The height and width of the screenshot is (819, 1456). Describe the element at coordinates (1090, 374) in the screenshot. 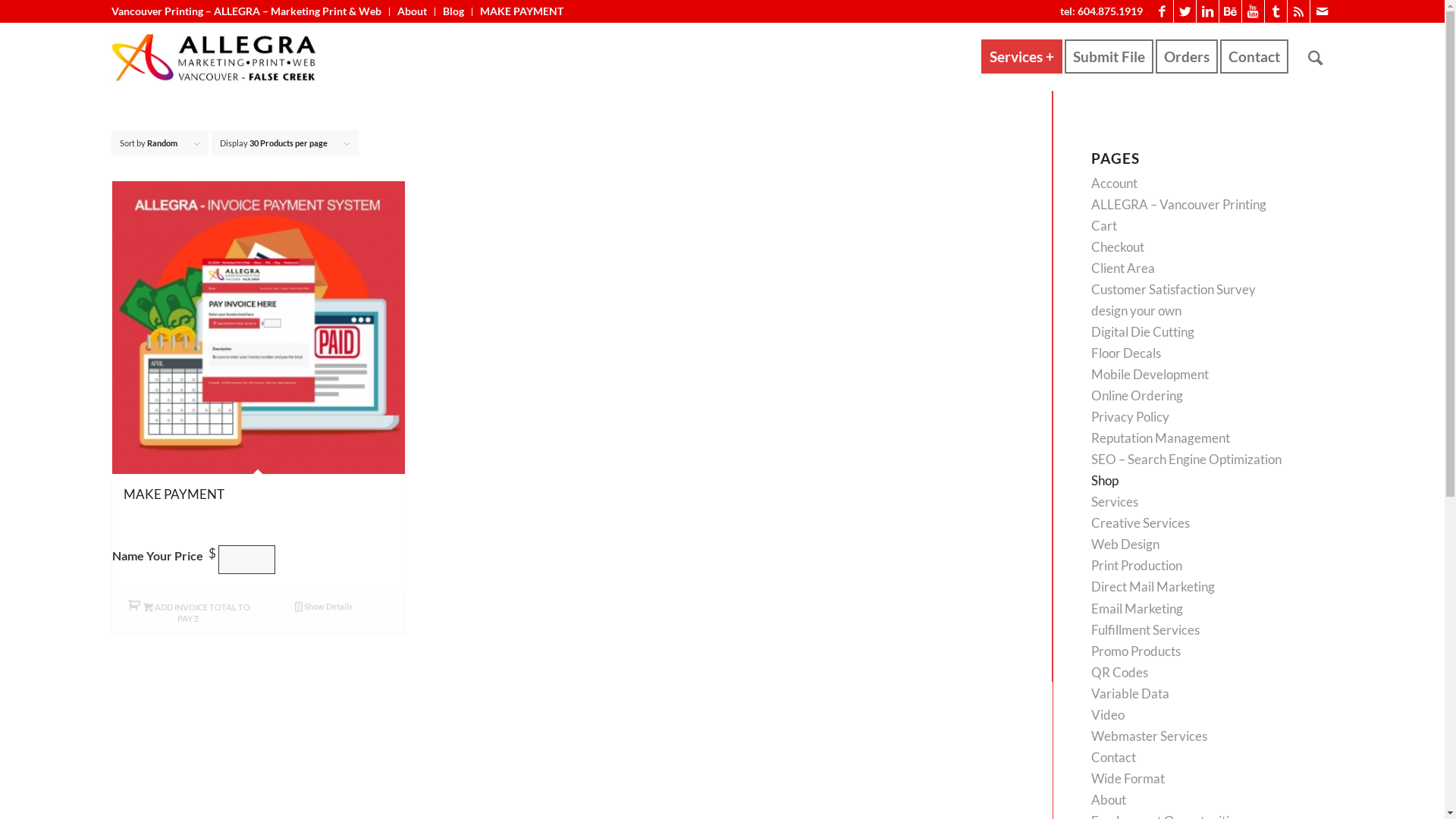

I see `'Mobile Development'` at that location.